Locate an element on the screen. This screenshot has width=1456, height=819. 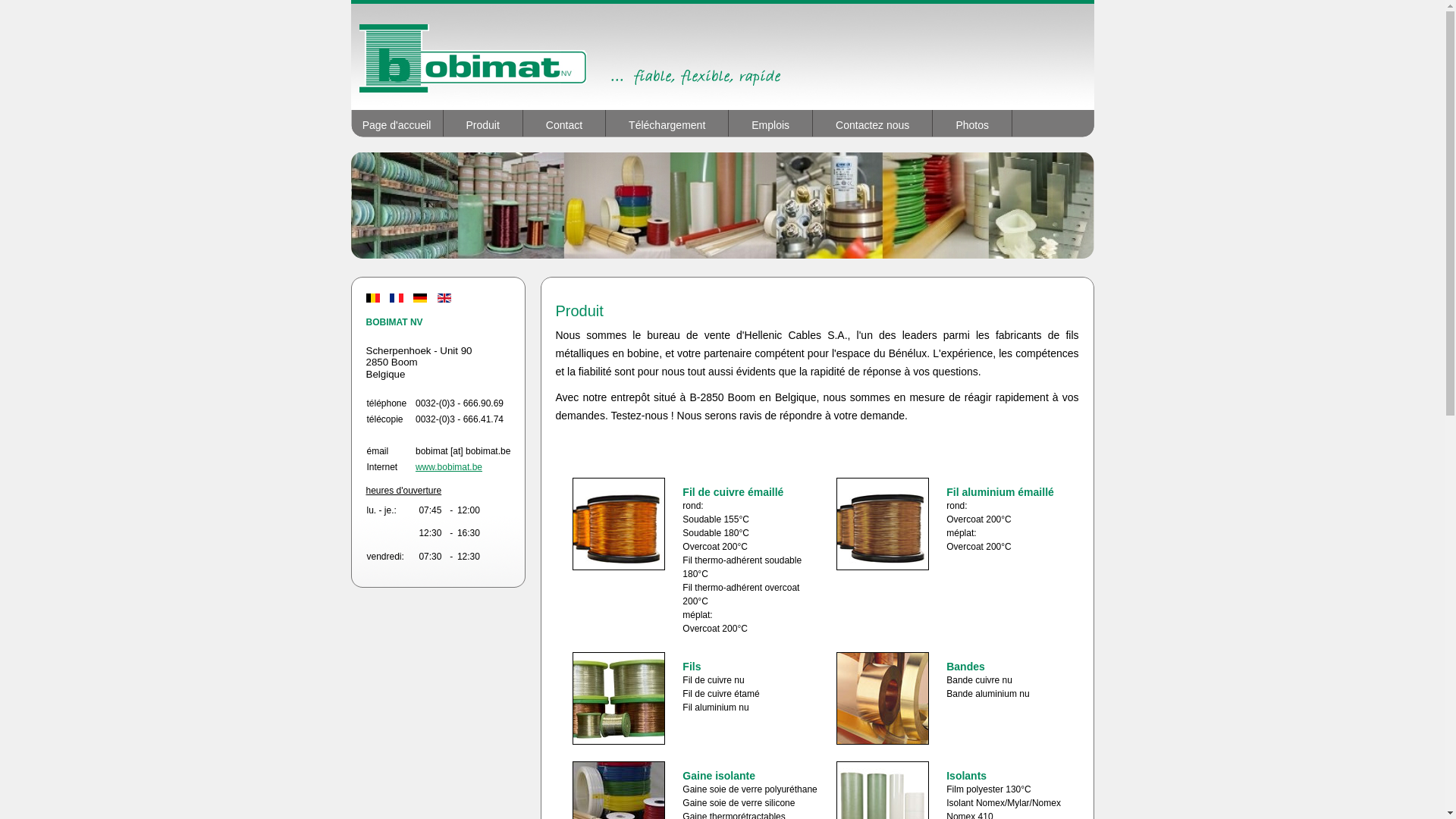
'English (UK)' is located at coordinates (443, 298).